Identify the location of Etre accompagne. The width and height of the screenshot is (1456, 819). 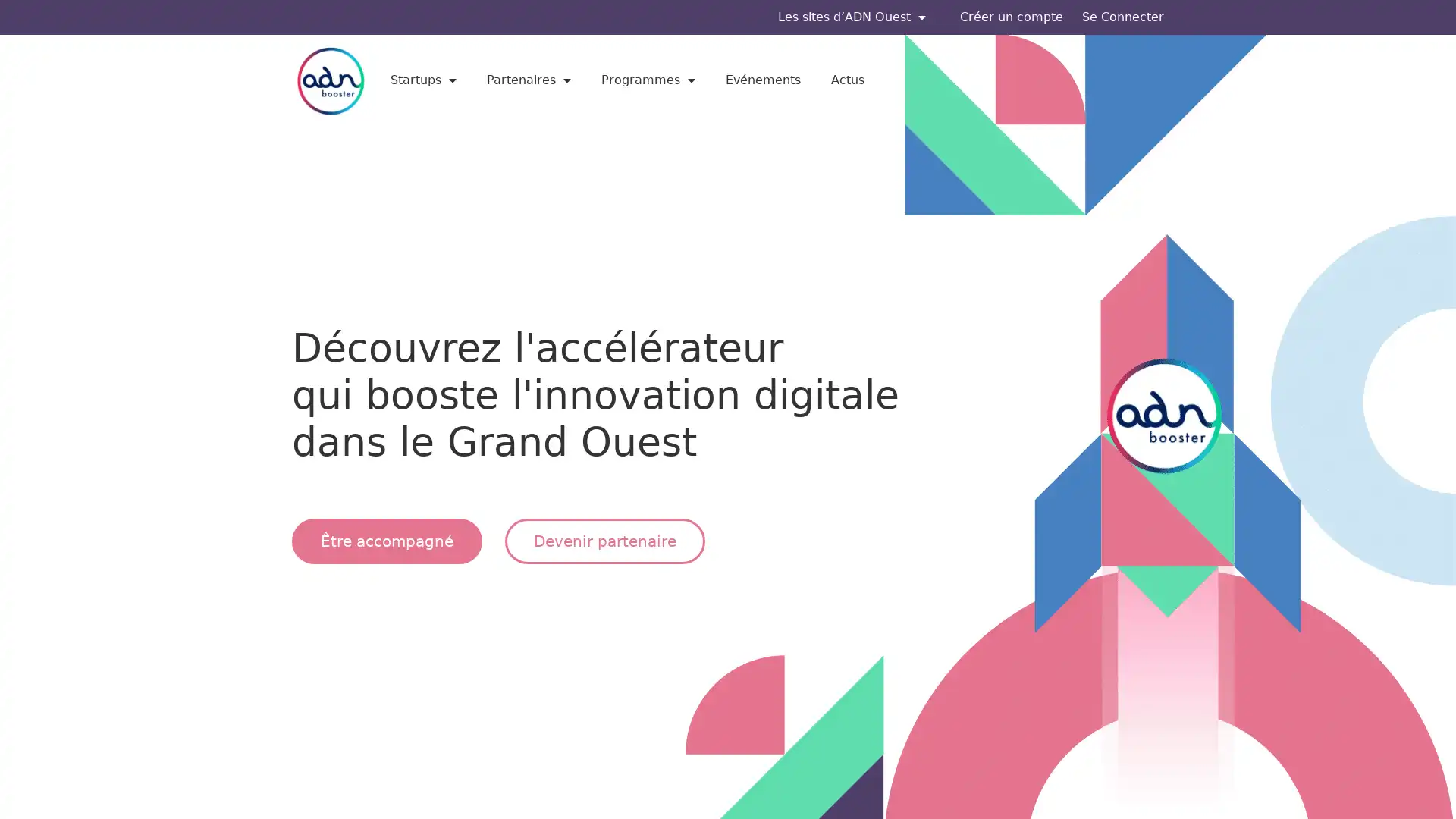
(387, 540).